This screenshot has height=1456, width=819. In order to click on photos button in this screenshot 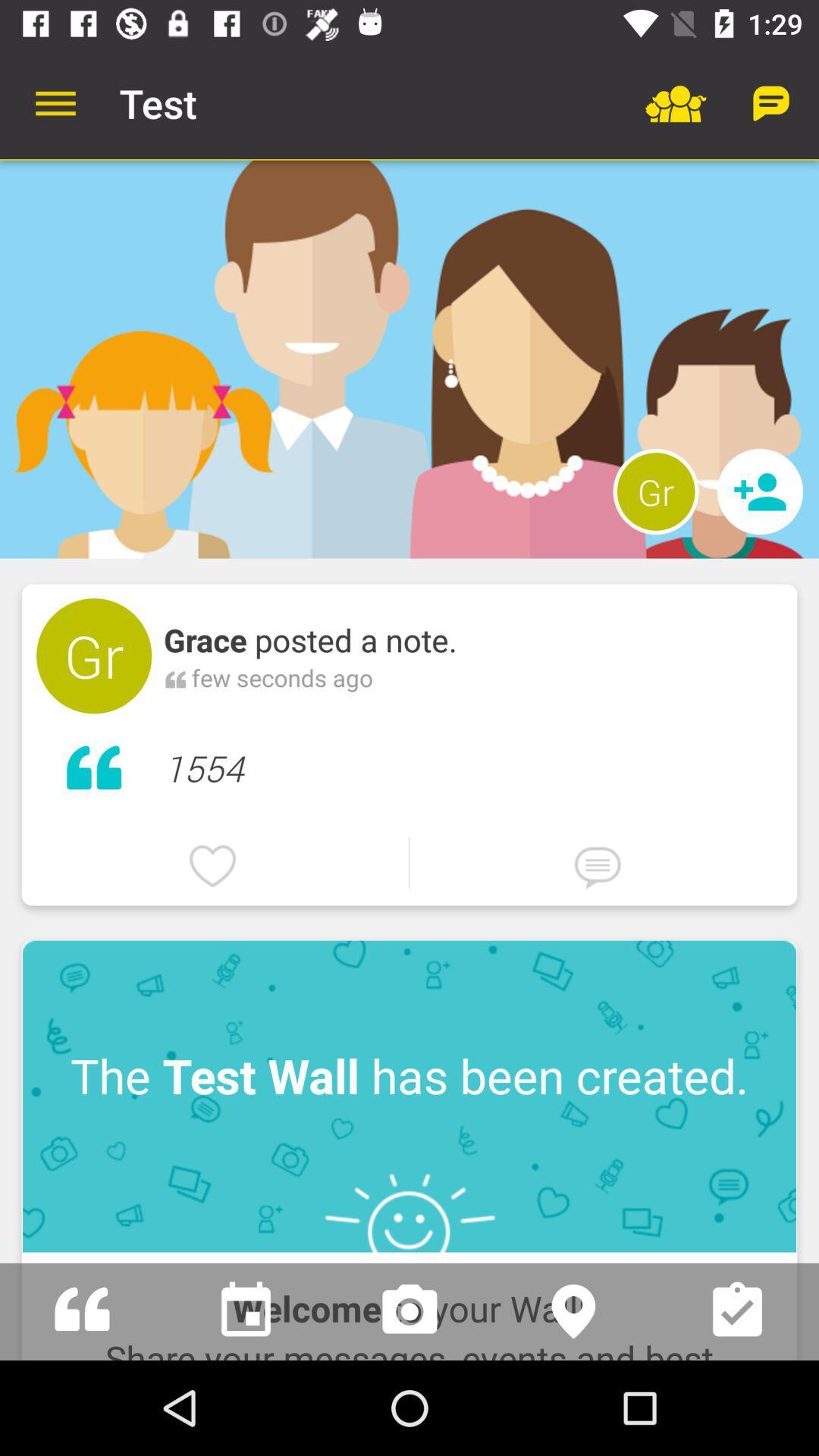, I will do `click(409, 1310)`.